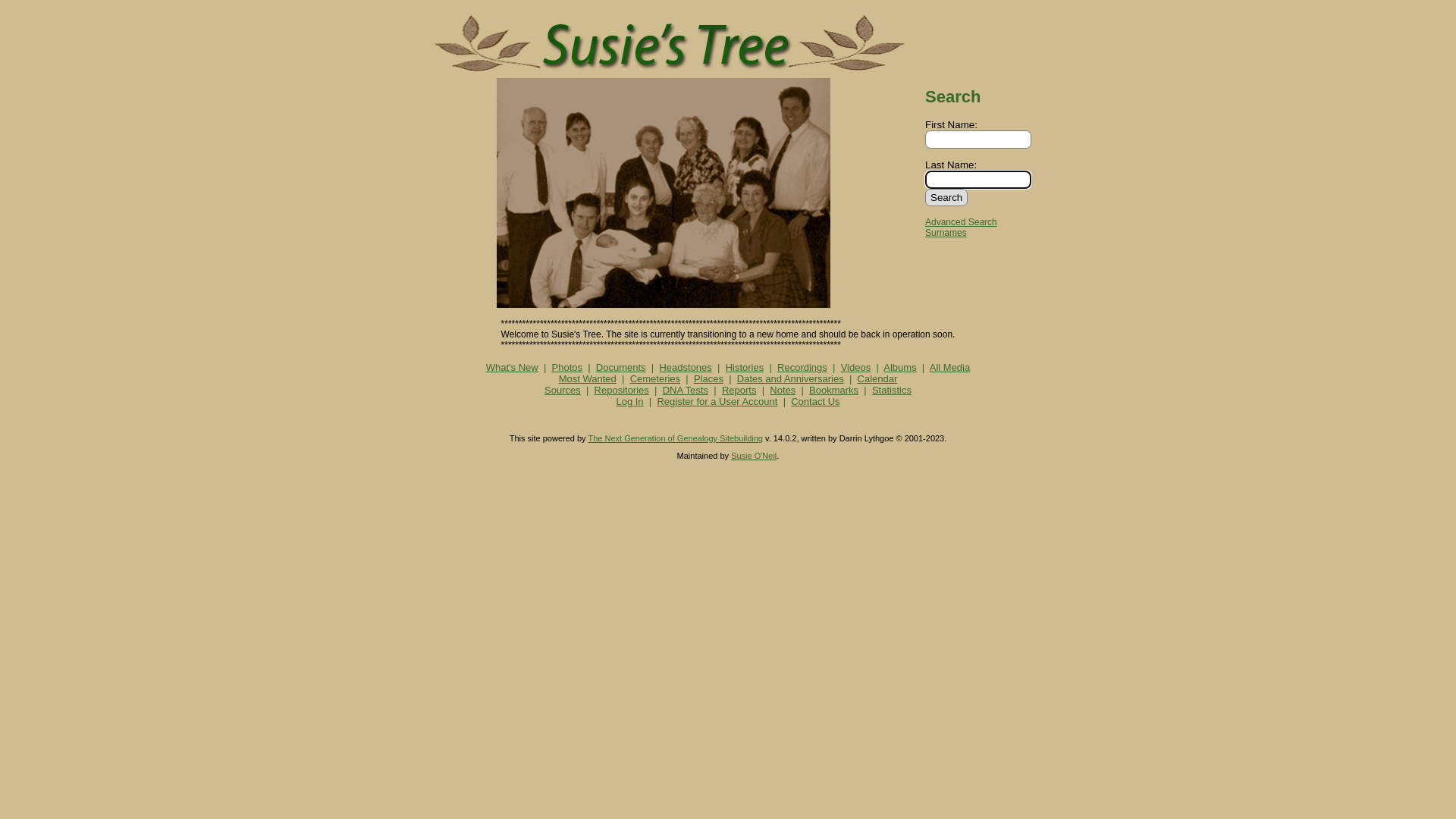 The height and width of the screenshot is (819, 1456). I want to click on 'DNA Tests', so click(684, 389).